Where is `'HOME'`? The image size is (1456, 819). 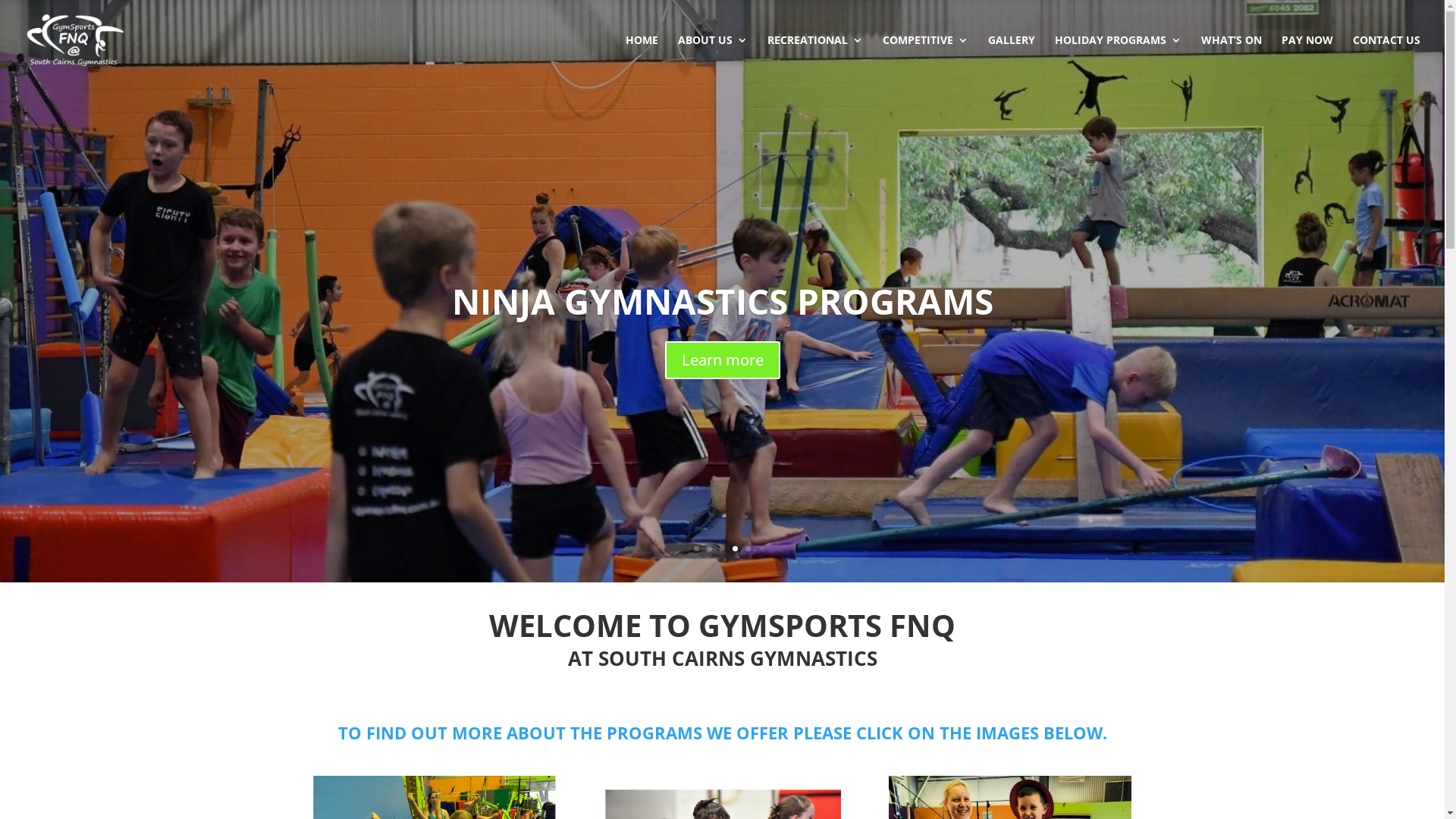
'HOME' is located at coordinates (642, 57).